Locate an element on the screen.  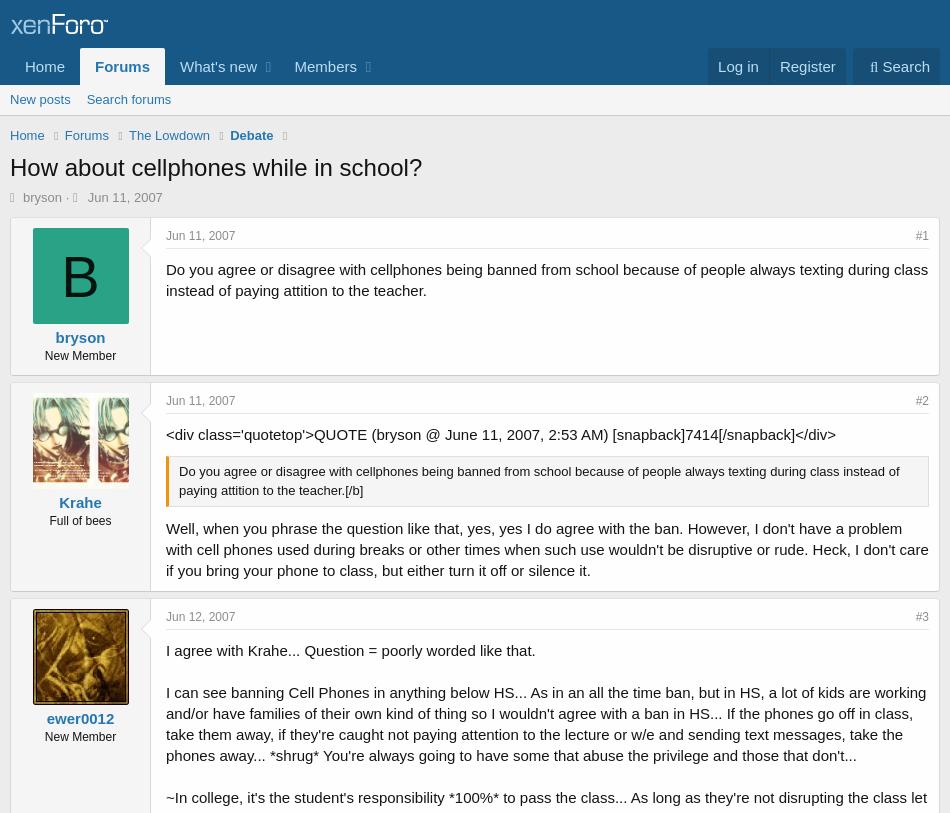
'#1' is located at coordinates (920, 235).